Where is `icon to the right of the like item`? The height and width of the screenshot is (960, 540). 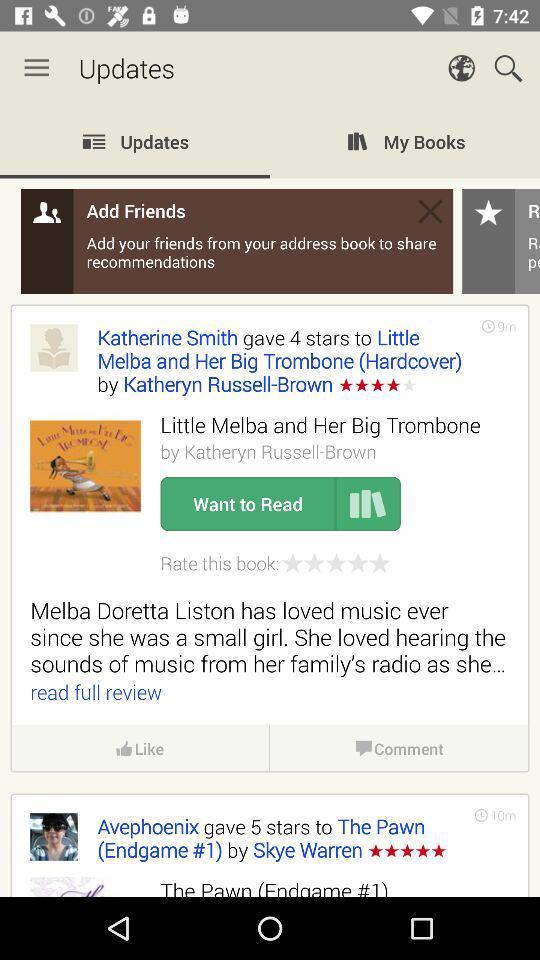
icon to the right of the like item is located at coordinates (399, 747).